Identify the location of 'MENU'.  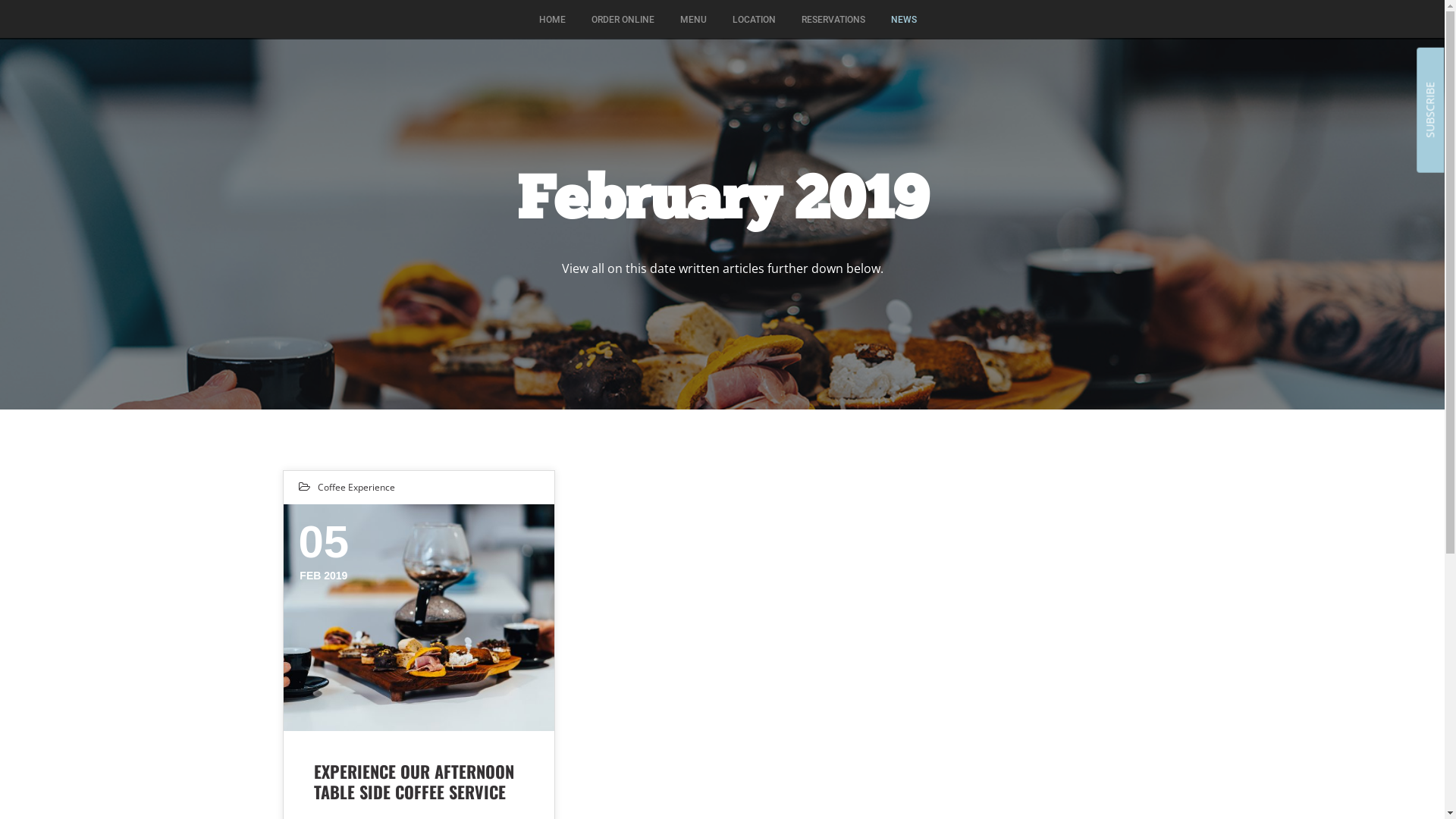
(692, 20).